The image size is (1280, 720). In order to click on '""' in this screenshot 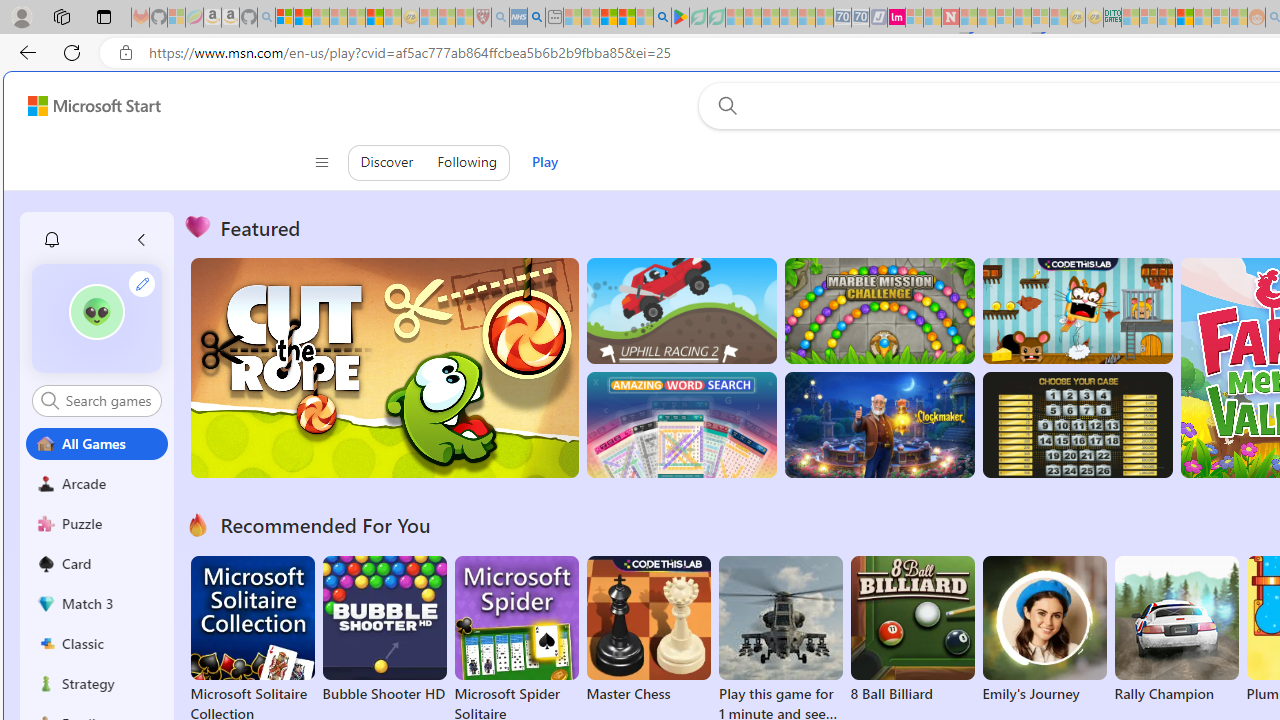, I will do `click(95, 312)`.